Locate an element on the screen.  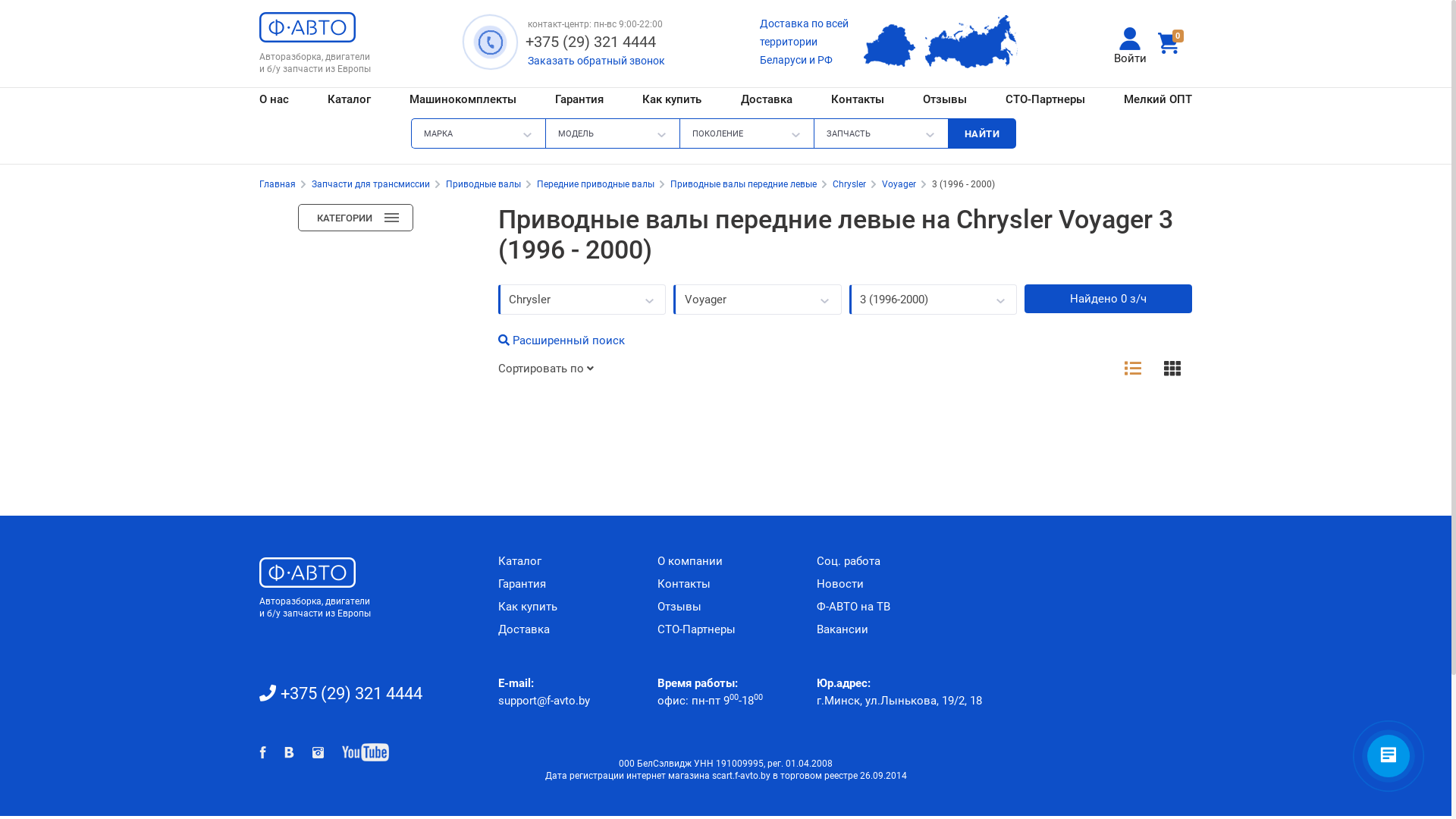
'0' is located at coordinates (1171, 42).